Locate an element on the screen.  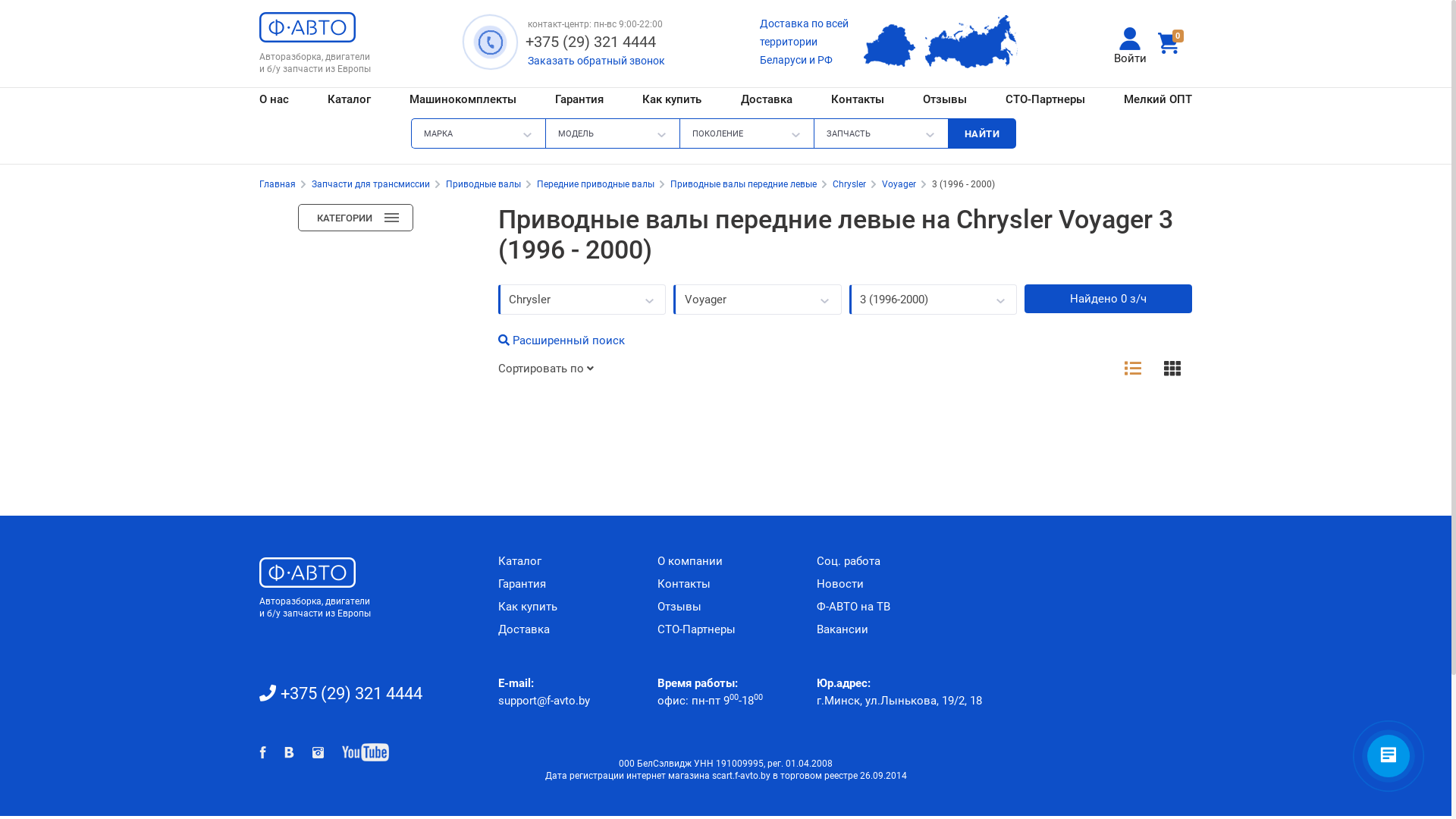
'0' is located at coordinates (1171, 42).